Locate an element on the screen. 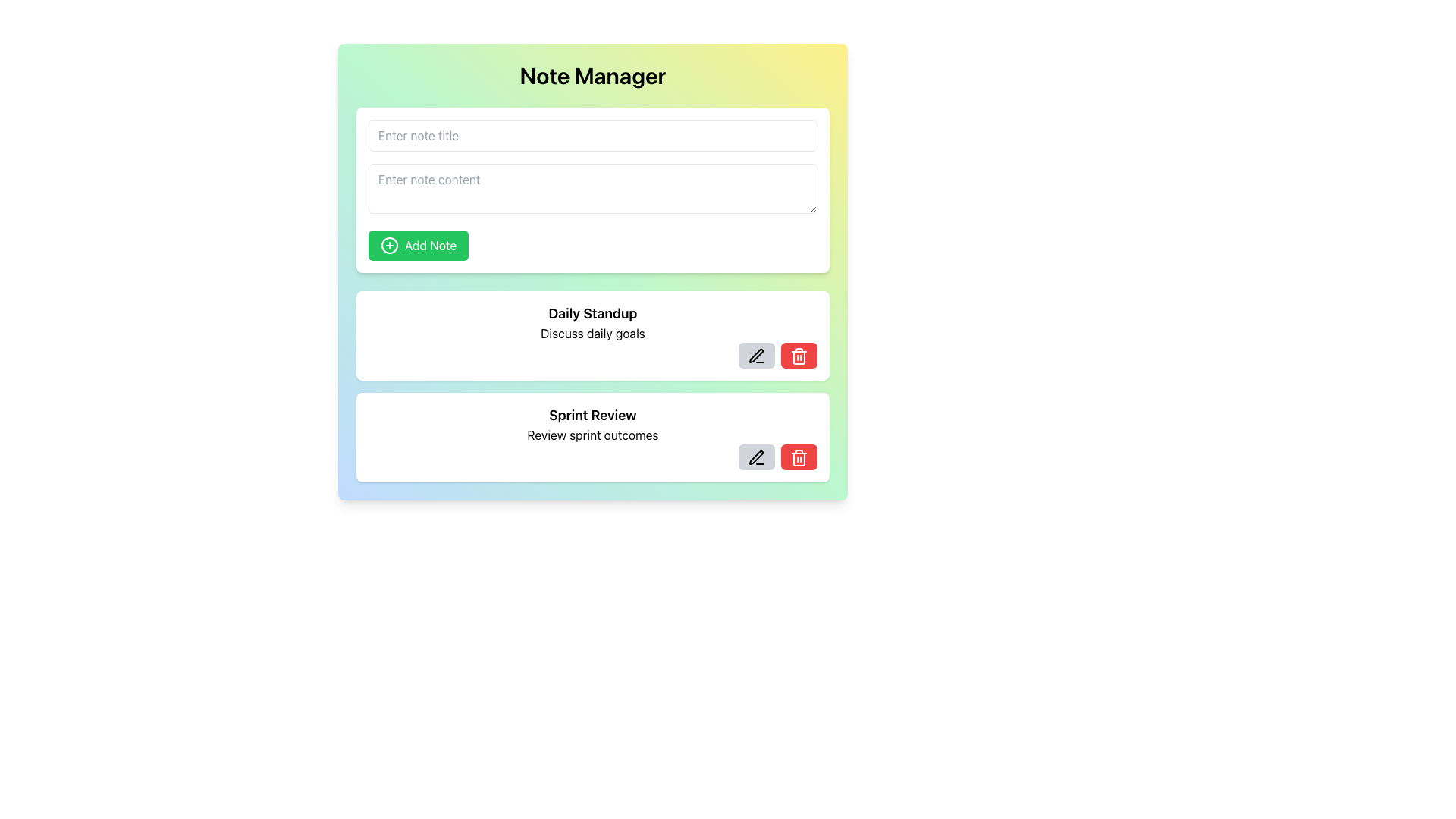  the Edit icon, which is a pen-shaped icon located within the actionable panel adjacent to the 'Sprint Review' note card, to initiate editing is located at coordinates (756, 456).